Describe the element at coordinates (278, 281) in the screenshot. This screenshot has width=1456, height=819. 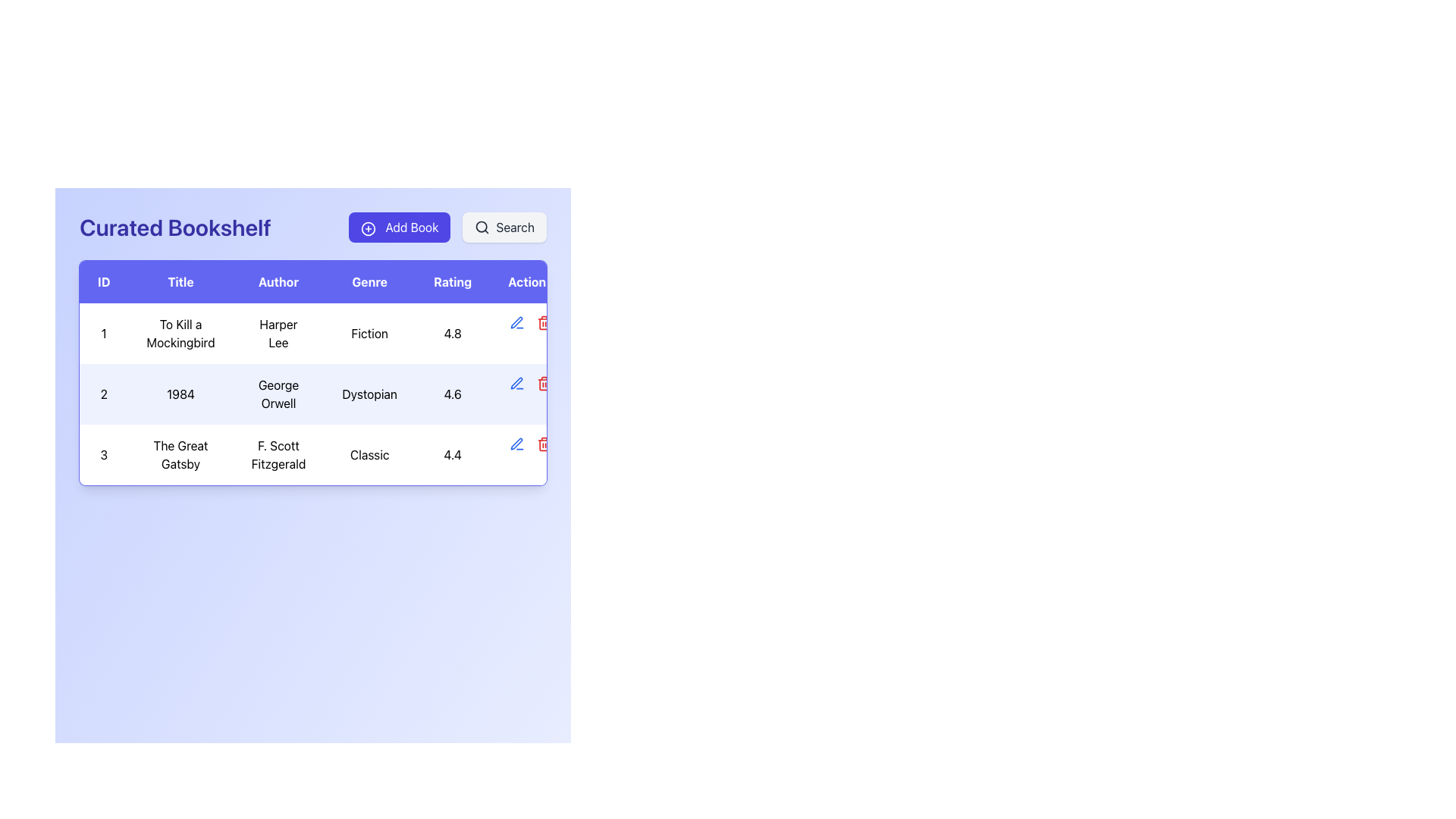
I see `the 'Author' column header cell in the table, which is the third header located between 'Title' and 'Genre'` at that location.